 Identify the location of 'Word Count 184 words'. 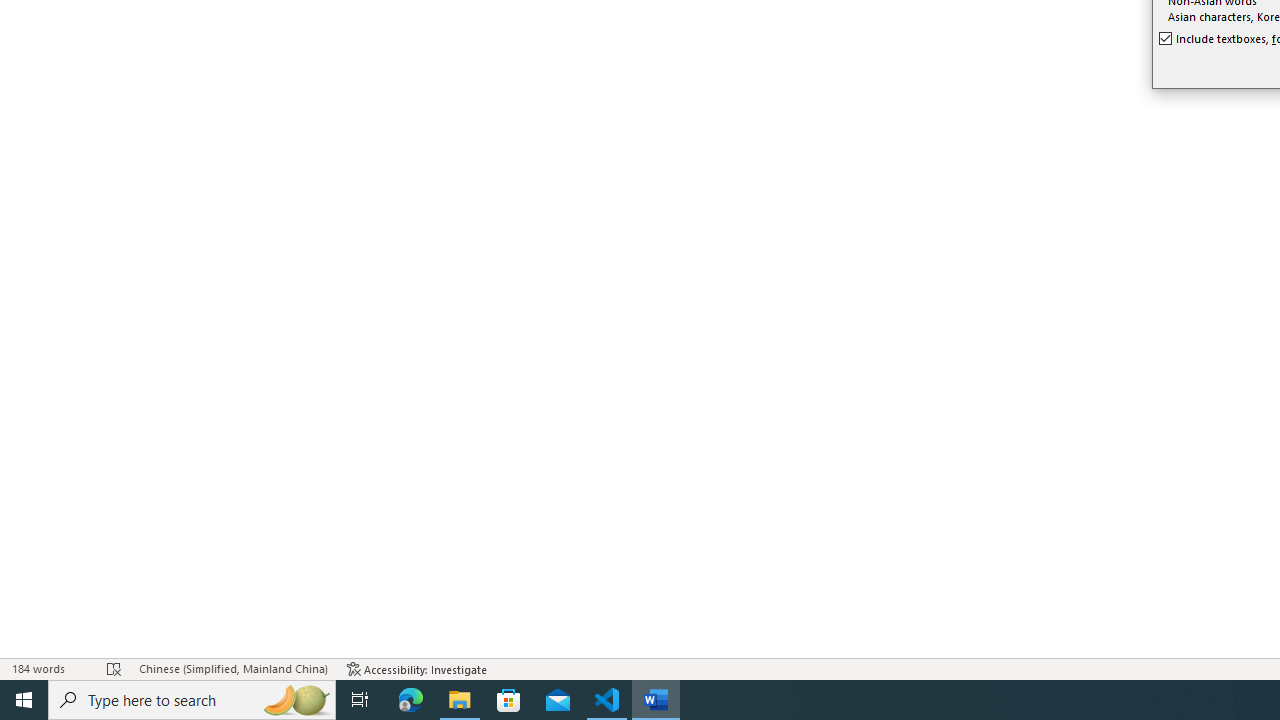
(49, 669).